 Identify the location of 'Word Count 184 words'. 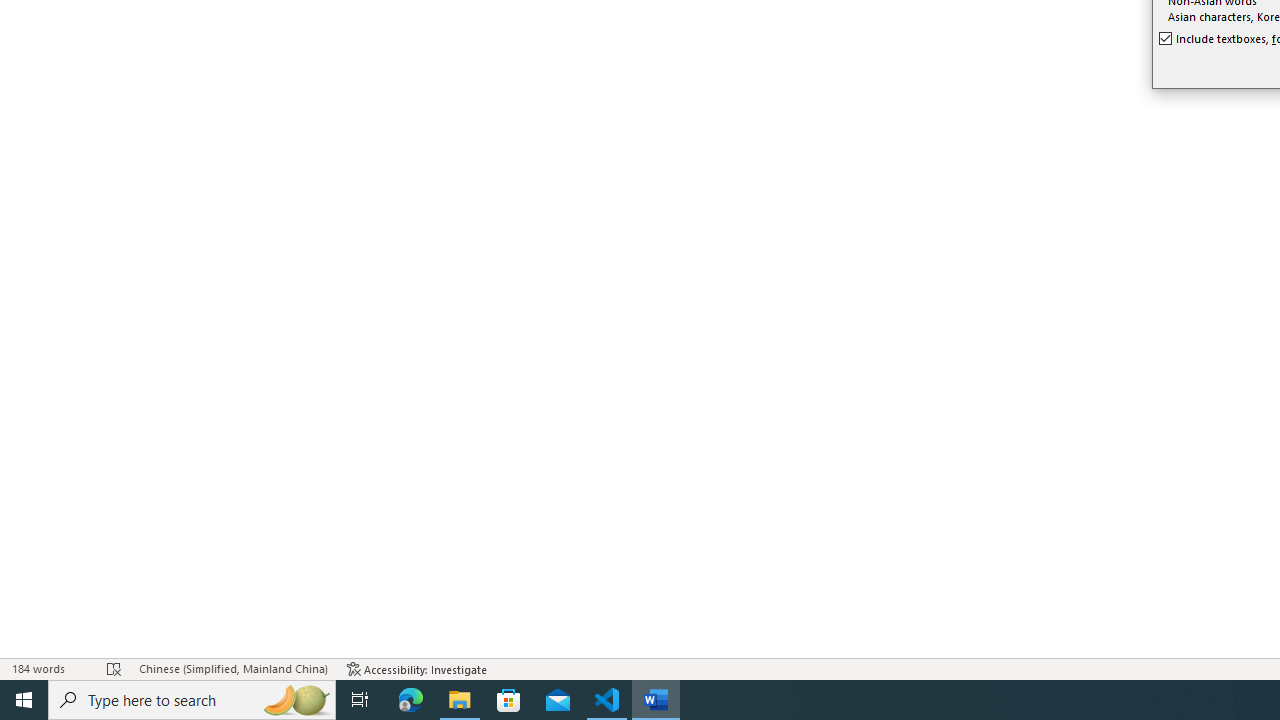
(49, 669).